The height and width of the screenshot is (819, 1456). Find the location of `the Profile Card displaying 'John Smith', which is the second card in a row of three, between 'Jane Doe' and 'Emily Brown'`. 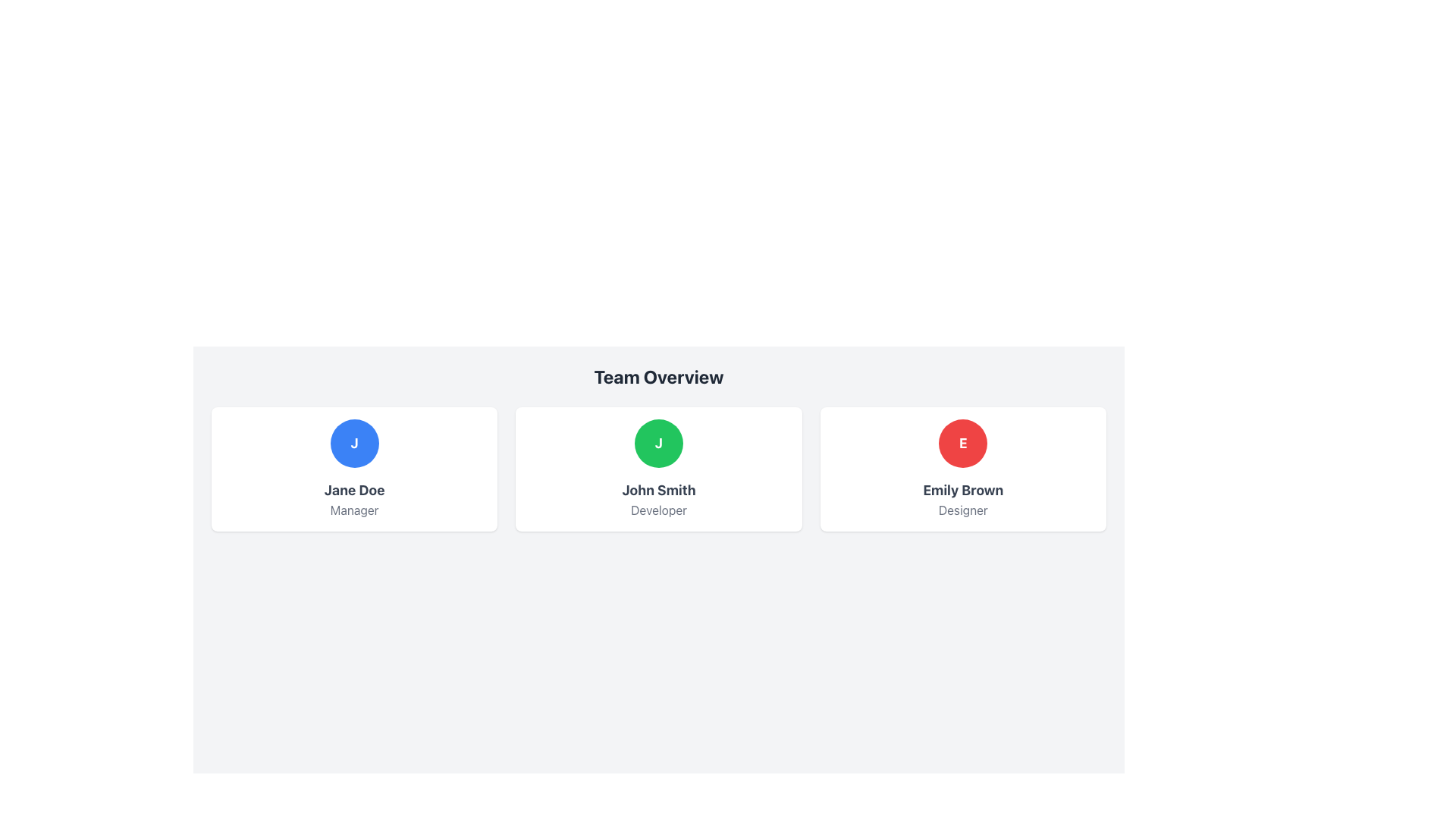

the Profile Card displaying 'John Smith', which is the second card in a row of three, between 'Jane Doe' and 'Emily Brown' is located at coordinates (658, 468).